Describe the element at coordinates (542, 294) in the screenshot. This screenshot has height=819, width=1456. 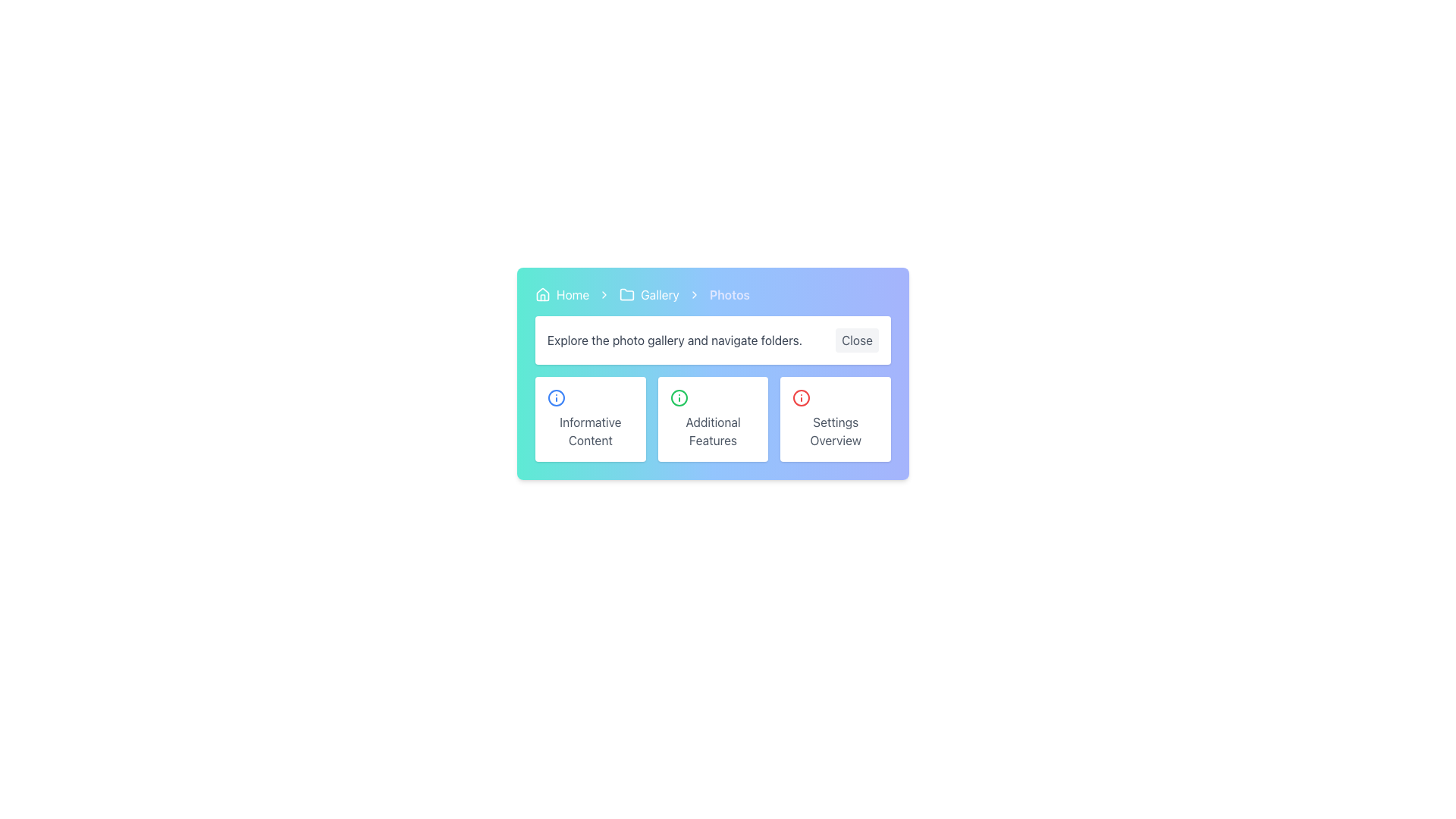
I see `the 'Home' SVG icon located on the left-most side of the breadcrumb navigation bar` at that location.